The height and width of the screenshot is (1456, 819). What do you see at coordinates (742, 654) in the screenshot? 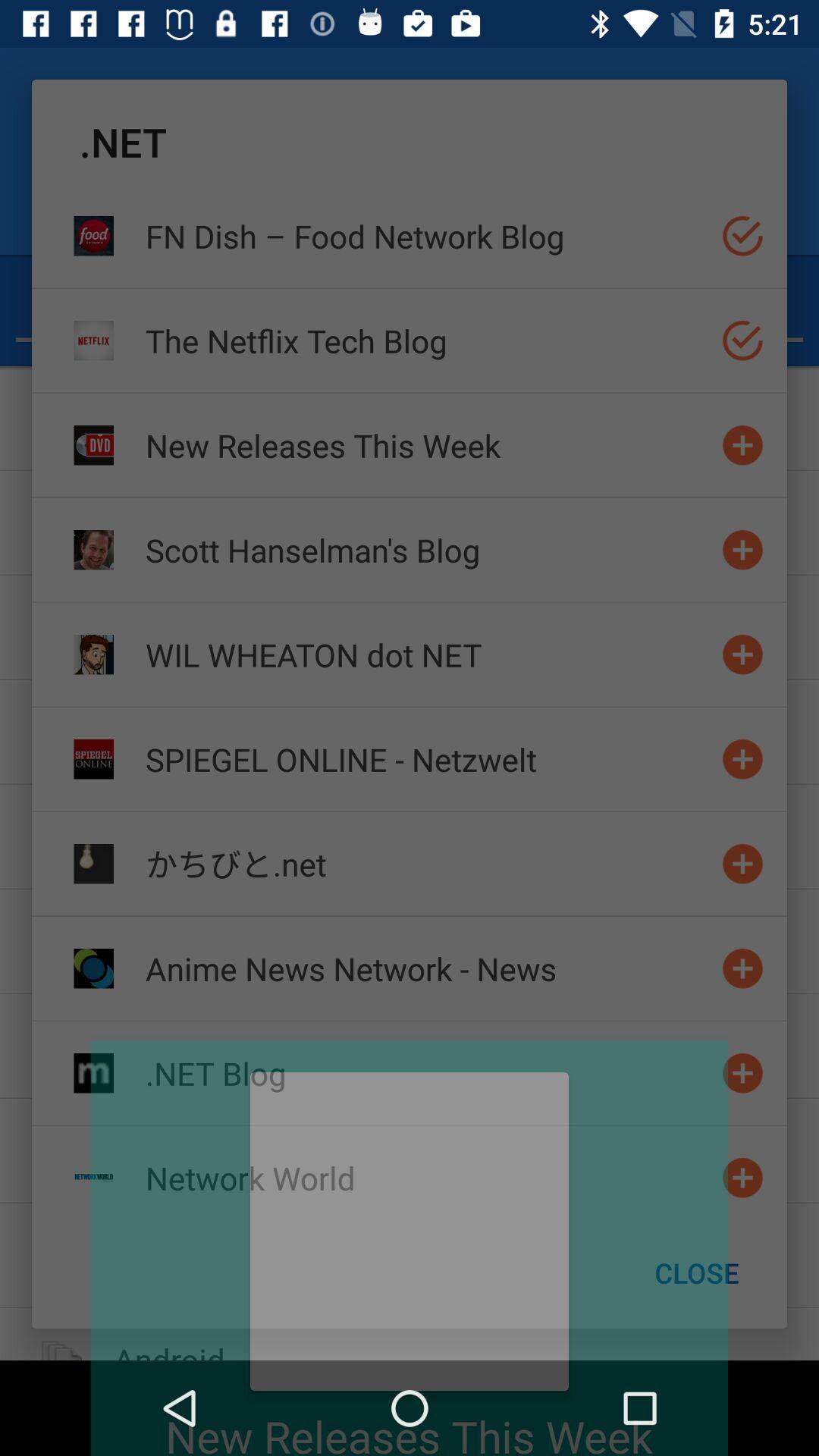
I see `that website` at bounding box center [742, 654].